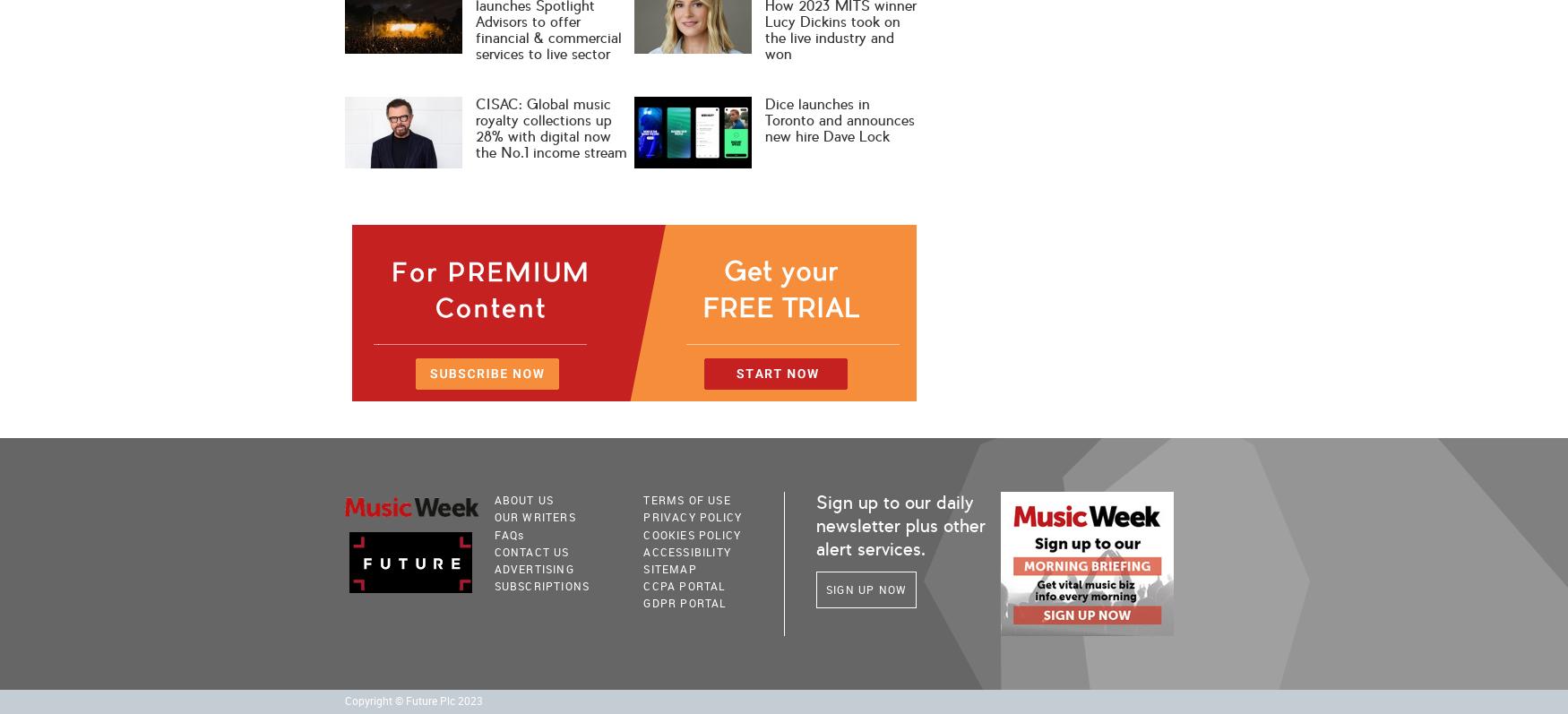 Image resolution: width=1568 pixels, height=714 pixels. What do you see at coordinates (866, 588) in the screenshot?
I see `'Sign Up Now'` at bounding box center [866, 588].